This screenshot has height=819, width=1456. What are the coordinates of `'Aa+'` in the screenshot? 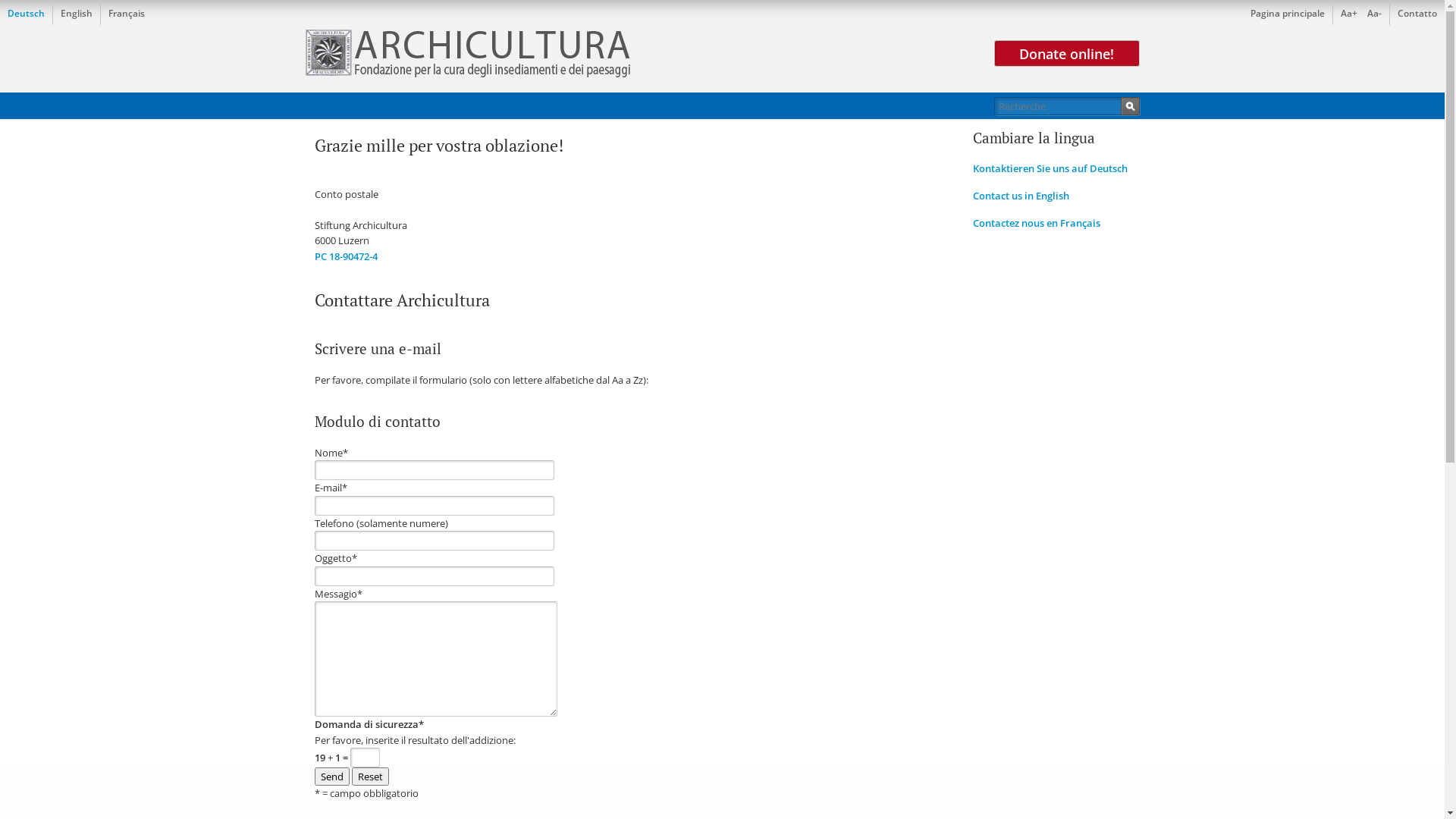 It's located at (1349, 14).